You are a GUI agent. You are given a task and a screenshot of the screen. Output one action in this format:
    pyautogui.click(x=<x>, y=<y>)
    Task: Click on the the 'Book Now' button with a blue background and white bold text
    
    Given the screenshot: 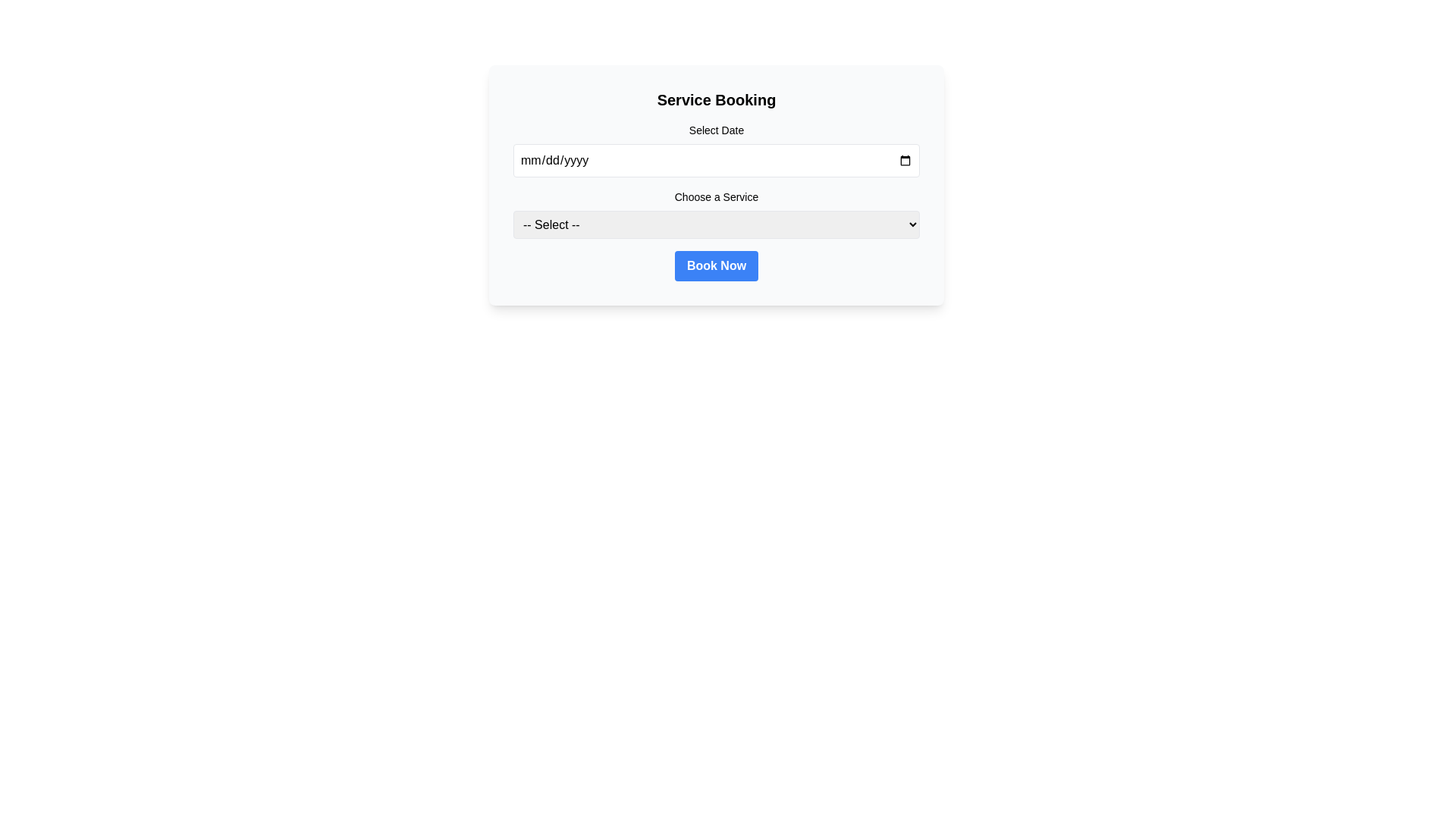 What is the action you would take?
    pyautogui.click(x=716, y=265)
    